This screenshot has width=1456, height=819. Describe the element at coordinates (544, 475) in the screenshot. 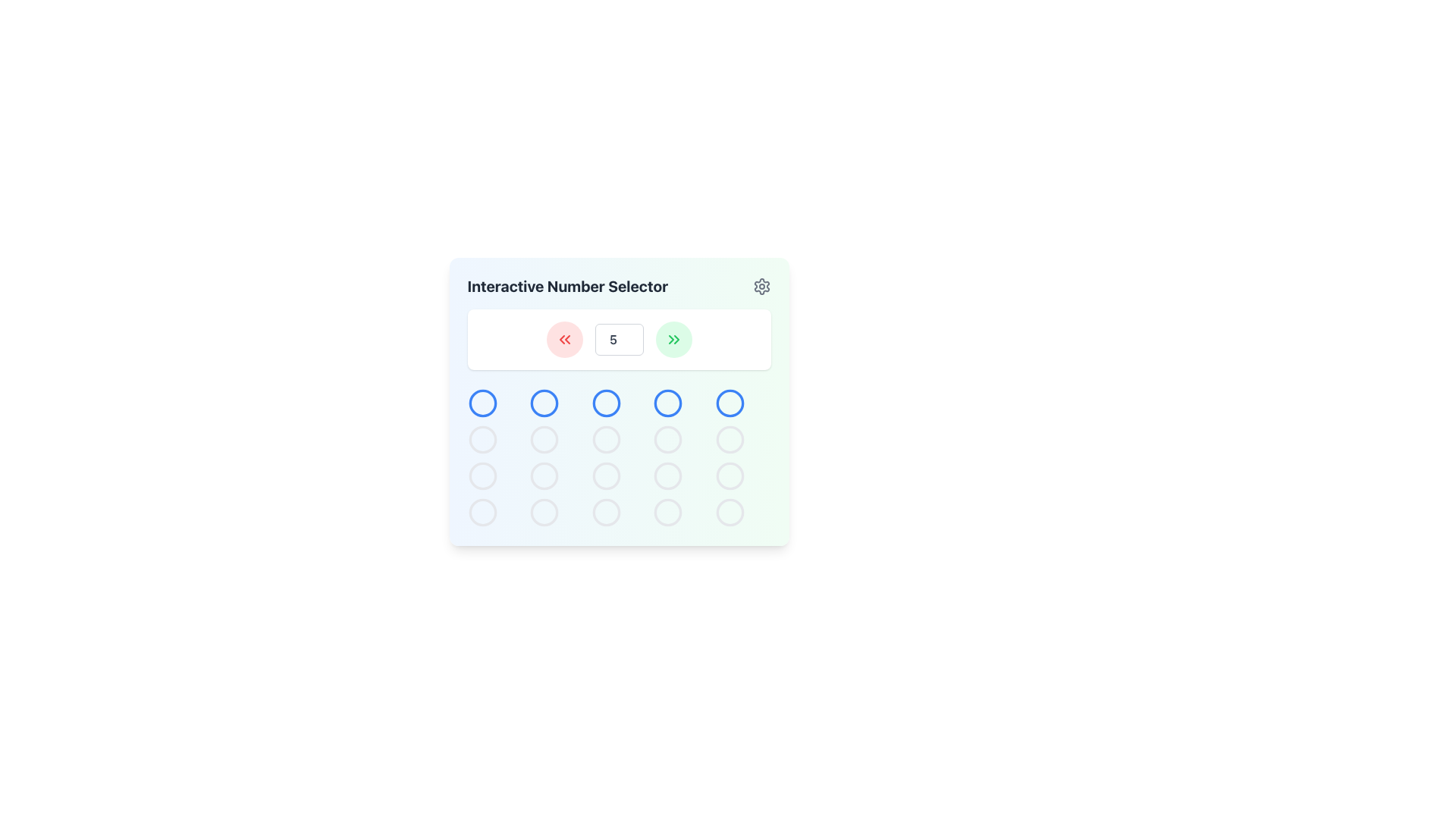

I see `the decorative gray-outlined circle located in the third row and second column of the grid` at that location.